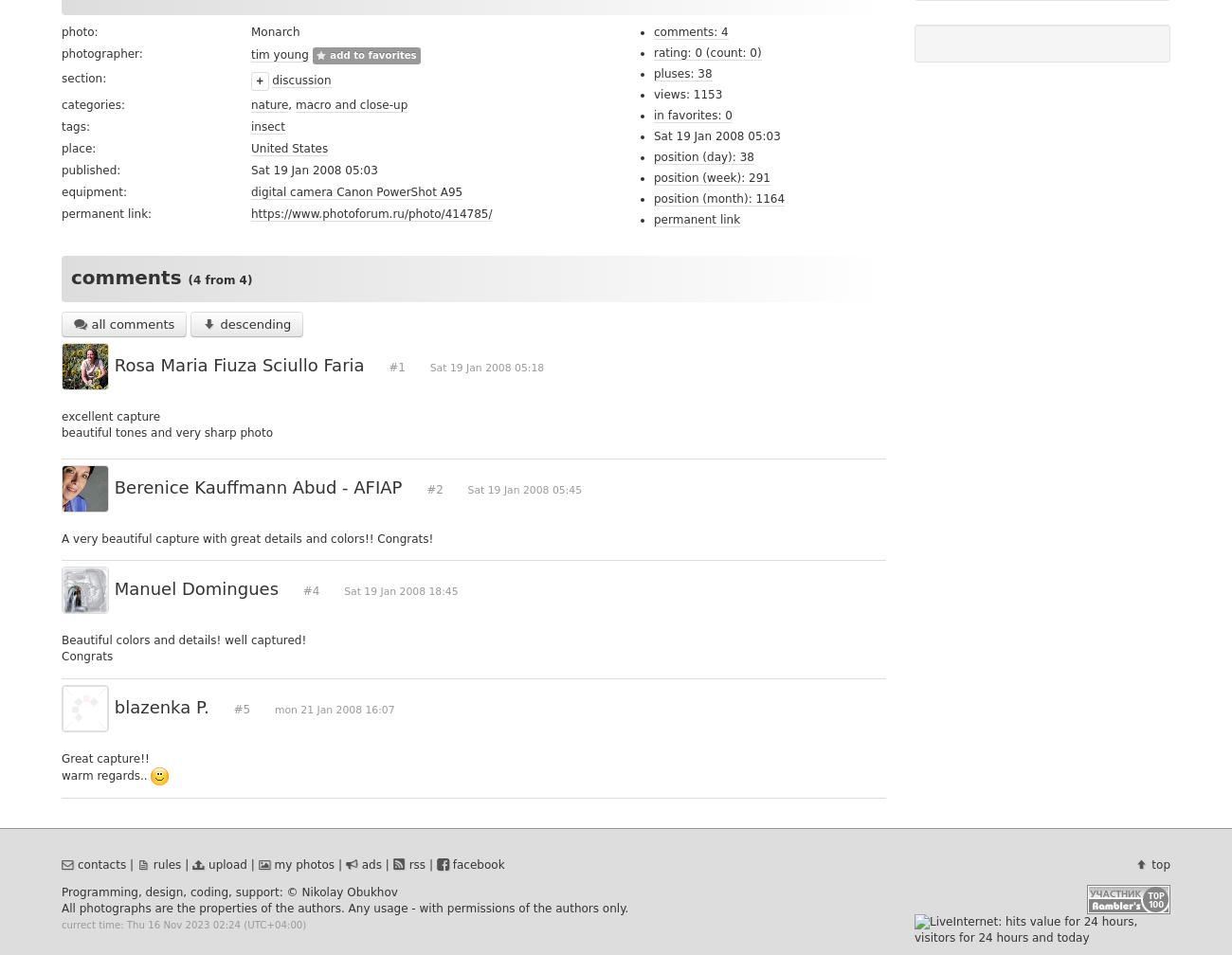 Image resolution: width=1232 pixels, height=955 pixels. Describe the element at coordinates (712, 176) in the screenshot. I see `'position (week): 291'` at that location.